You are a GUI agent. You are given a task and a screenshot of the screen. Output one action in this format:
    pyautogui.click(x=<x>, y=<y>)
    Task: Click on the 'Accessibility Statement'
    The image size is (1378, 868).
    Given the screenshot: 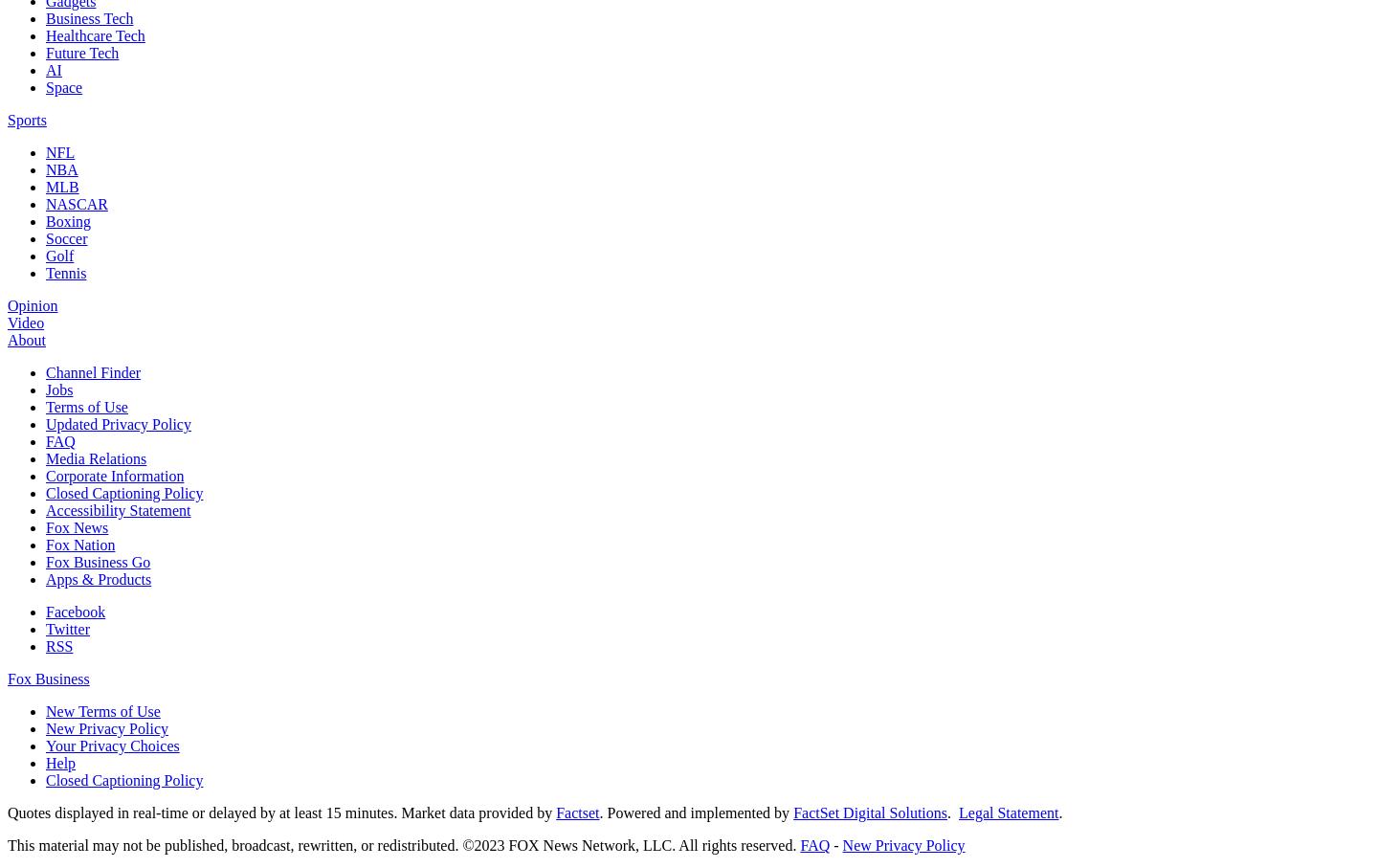 What is the action you would take?
    pyautogui.click(x=117, y=508)
    